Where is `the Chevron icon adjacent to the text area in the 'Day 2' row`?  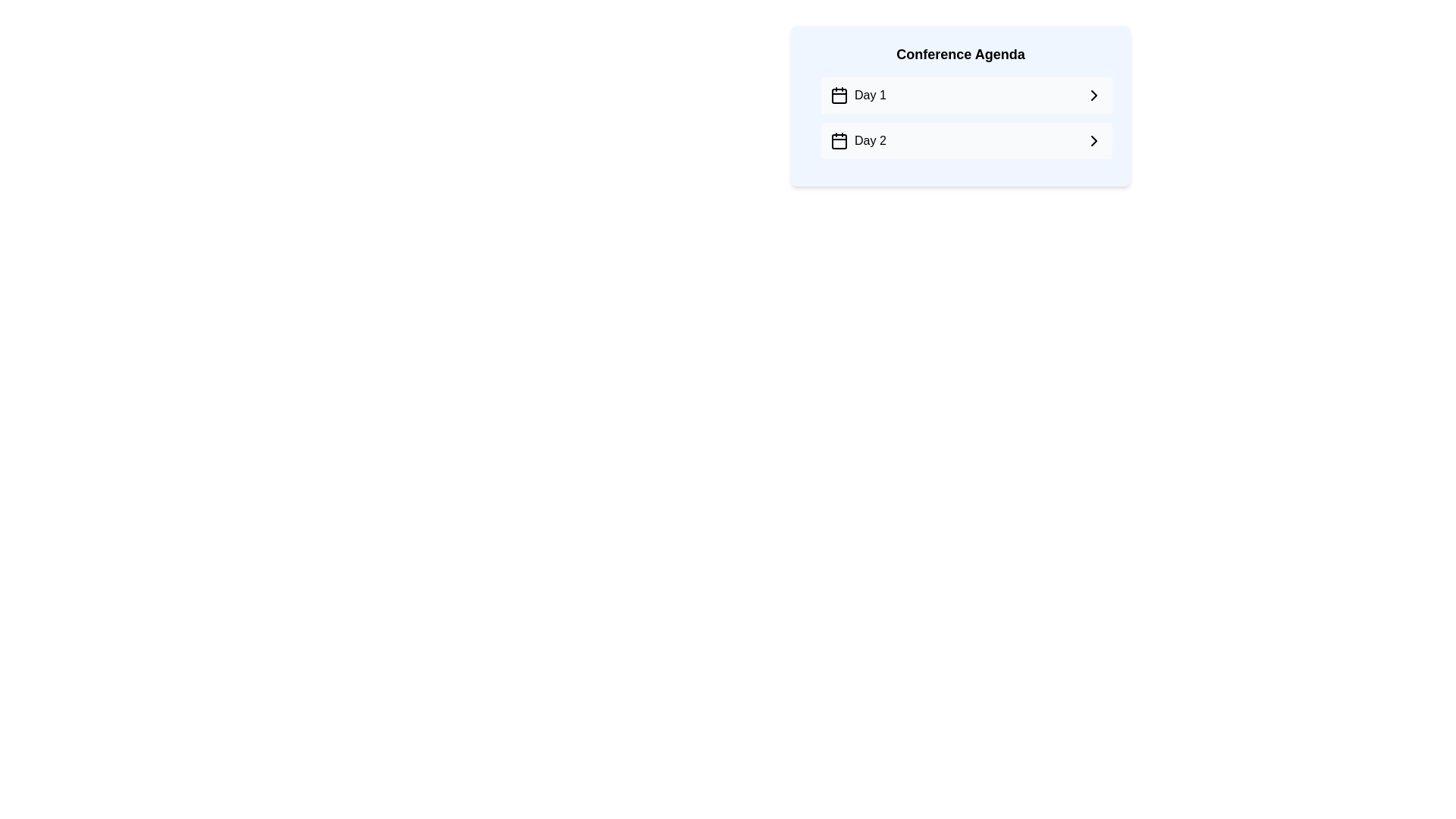
the Chevron icon adjacent to the text area in the 'Day 2' row is located at coordinates (1094, 140).